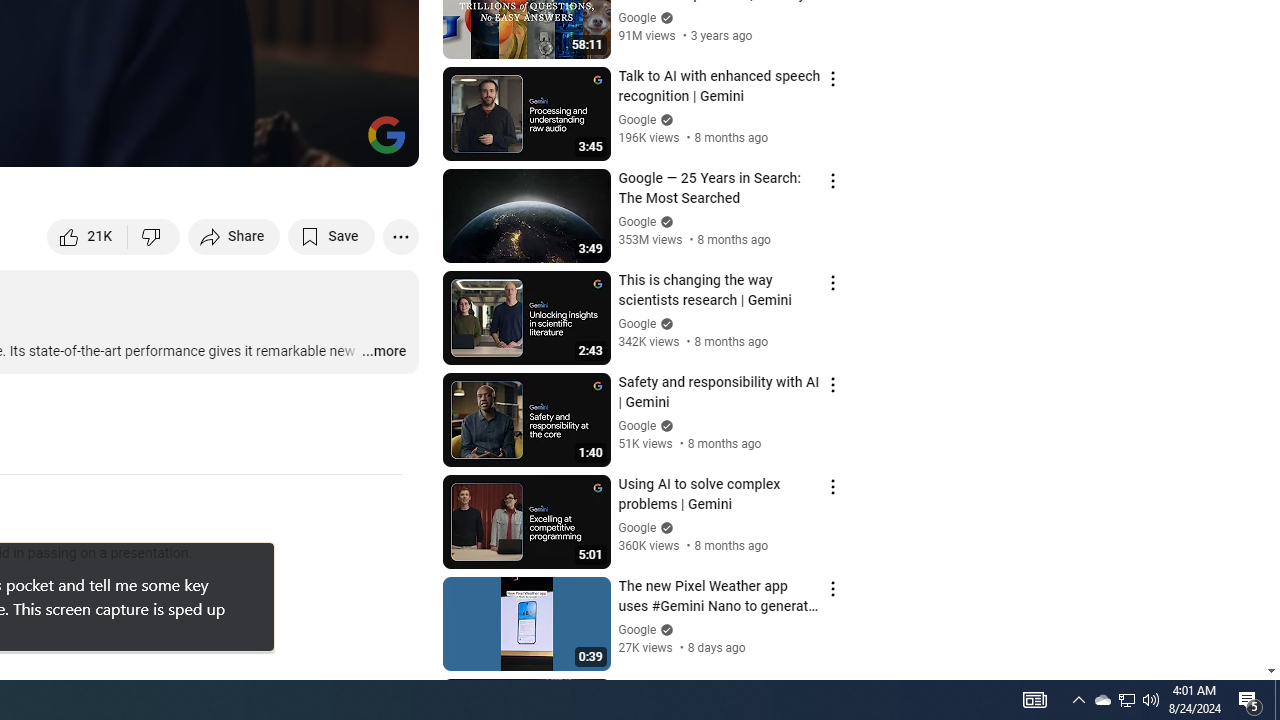 The height and width of the screenshot is (720, 1280). I want to click on 'Share', so click(234, 235).